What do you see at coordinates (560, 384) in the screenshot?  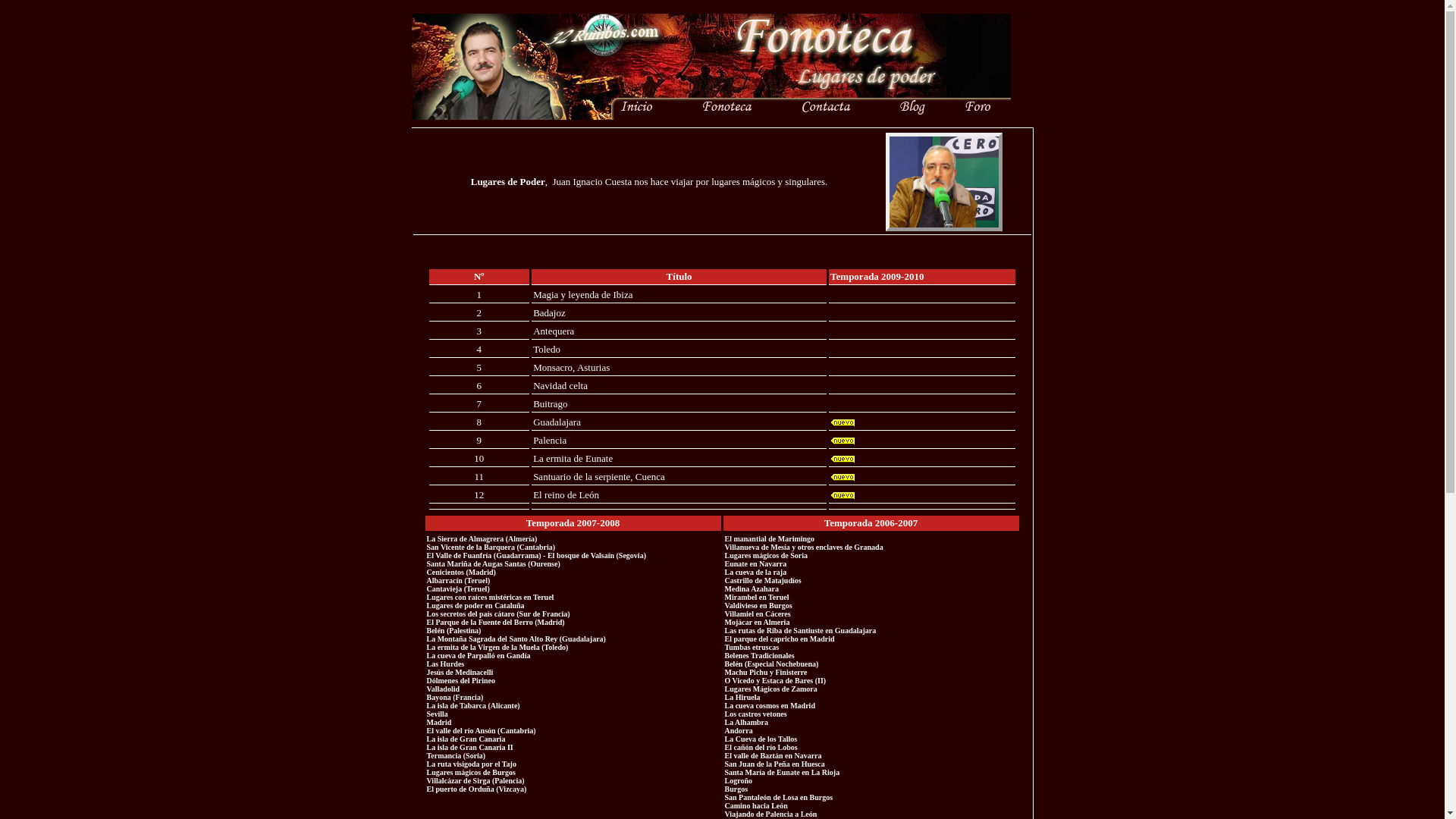 I see `'Navidad celta'` at bounding box center [560, 384].